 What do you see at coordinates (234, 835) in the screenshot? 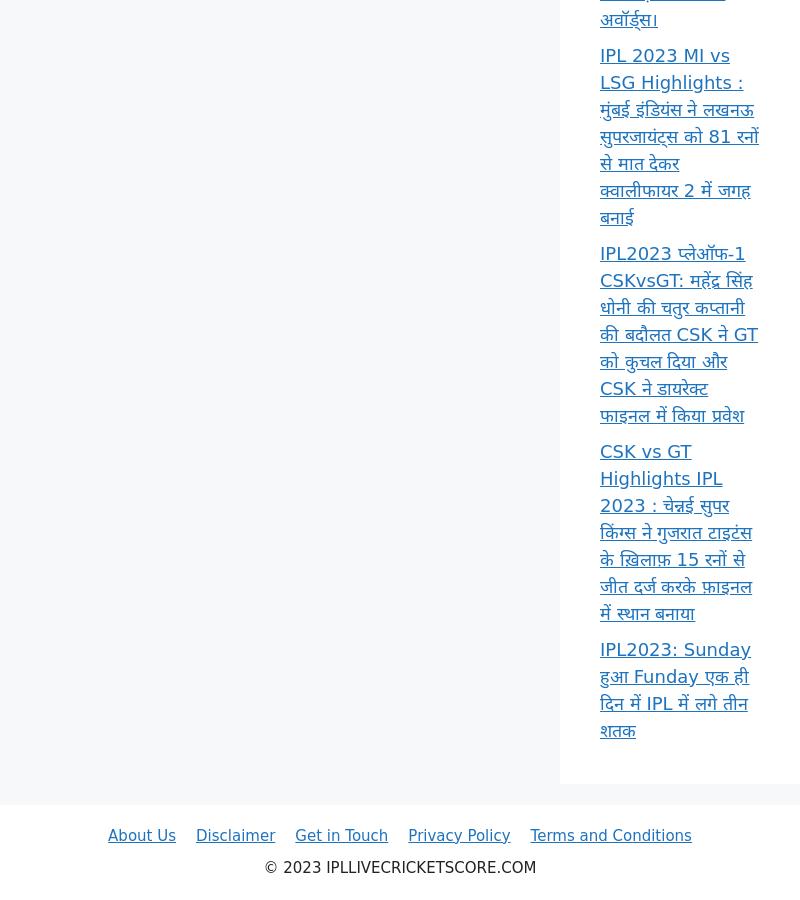
I see `'Disclaimer'` at bounding box center [234, 835].